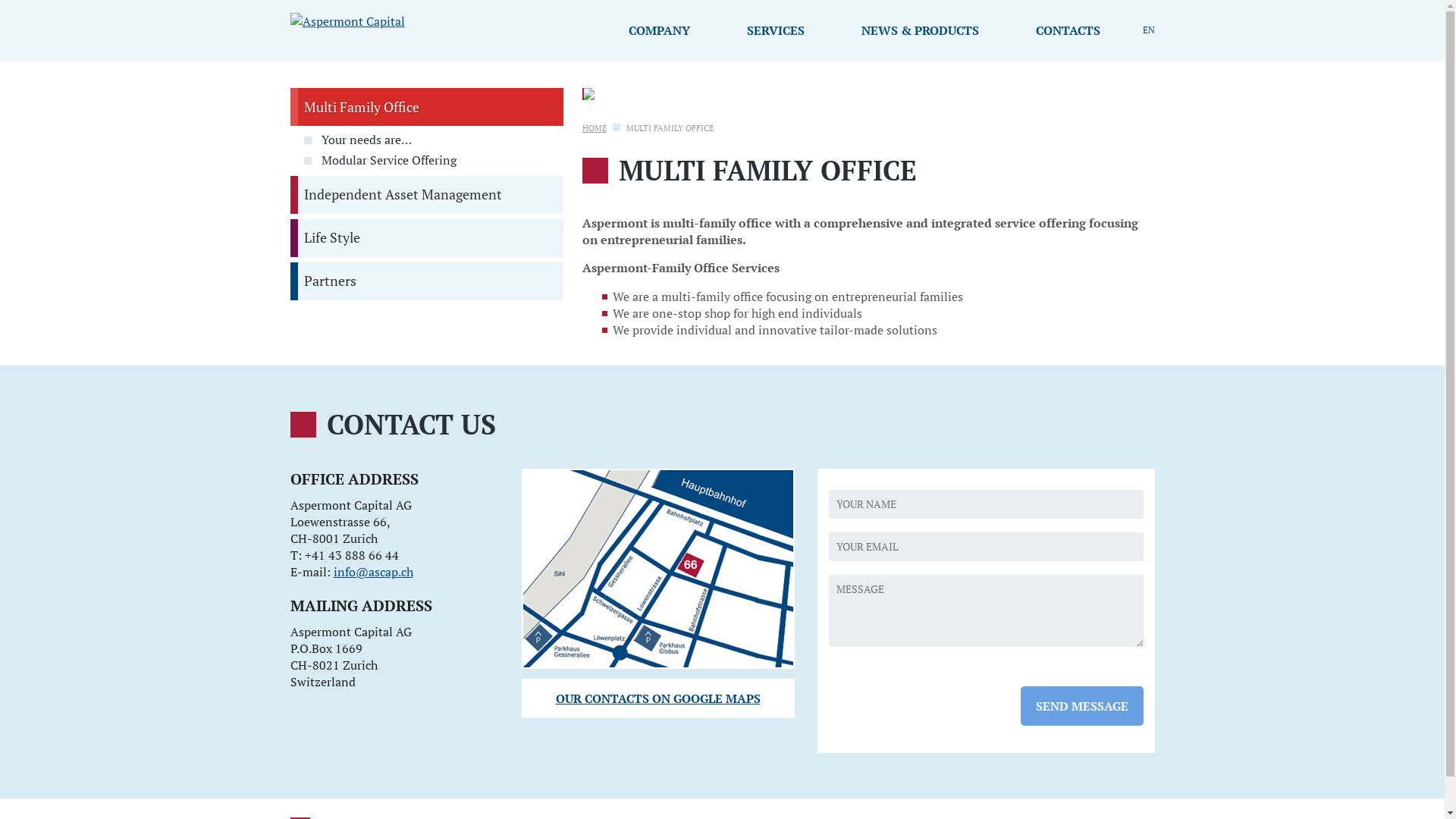 The width and height of the screenshot is (1456, 819). Describe the element at coordinates (1012, 30) in the screenshot. I see `'CONTACTS'` at that location.